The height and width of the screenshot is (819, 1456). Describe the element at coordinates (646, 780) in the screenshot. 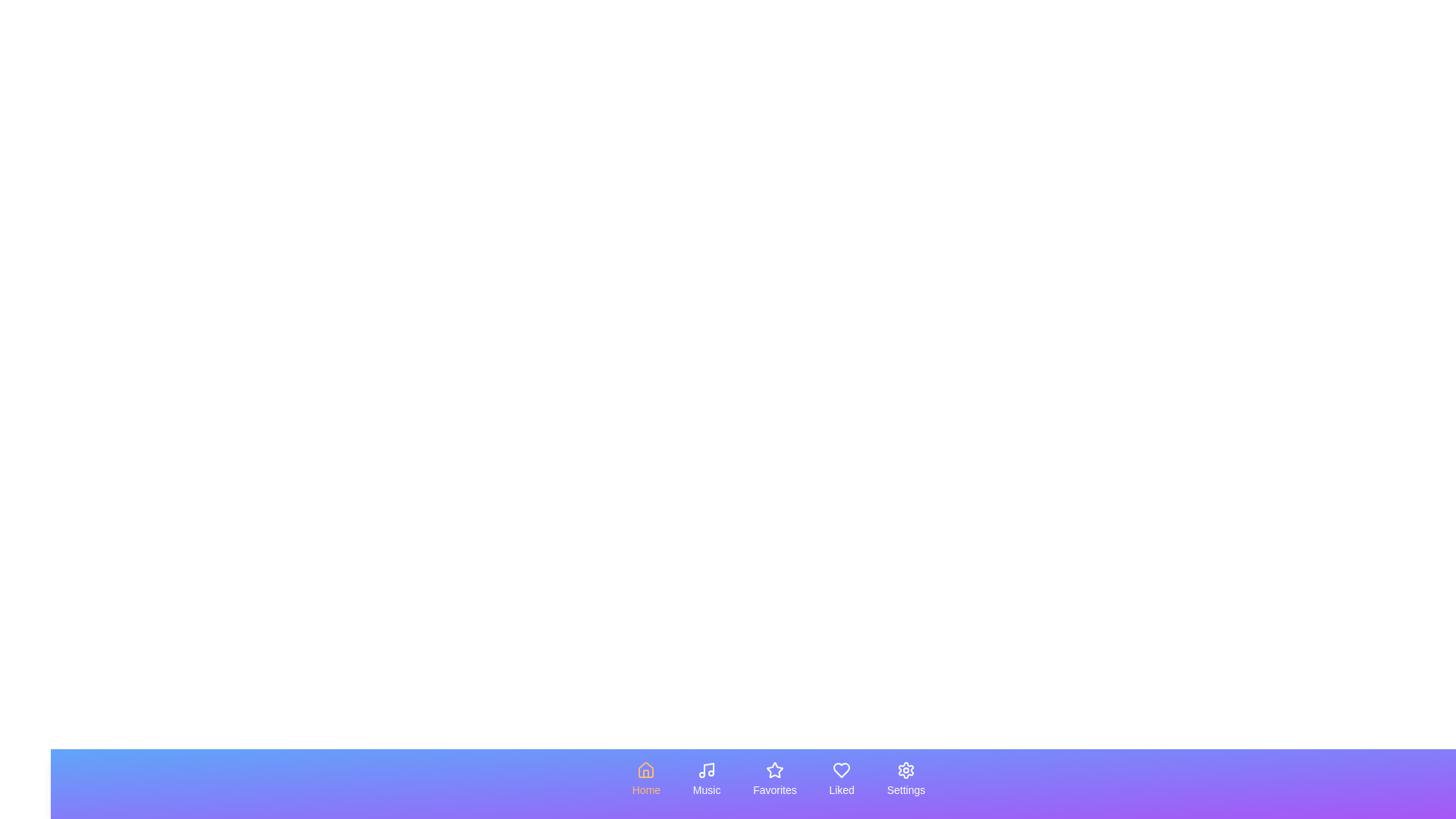

I see `the tab labeled Home by clicking on its icon or label` at that location.